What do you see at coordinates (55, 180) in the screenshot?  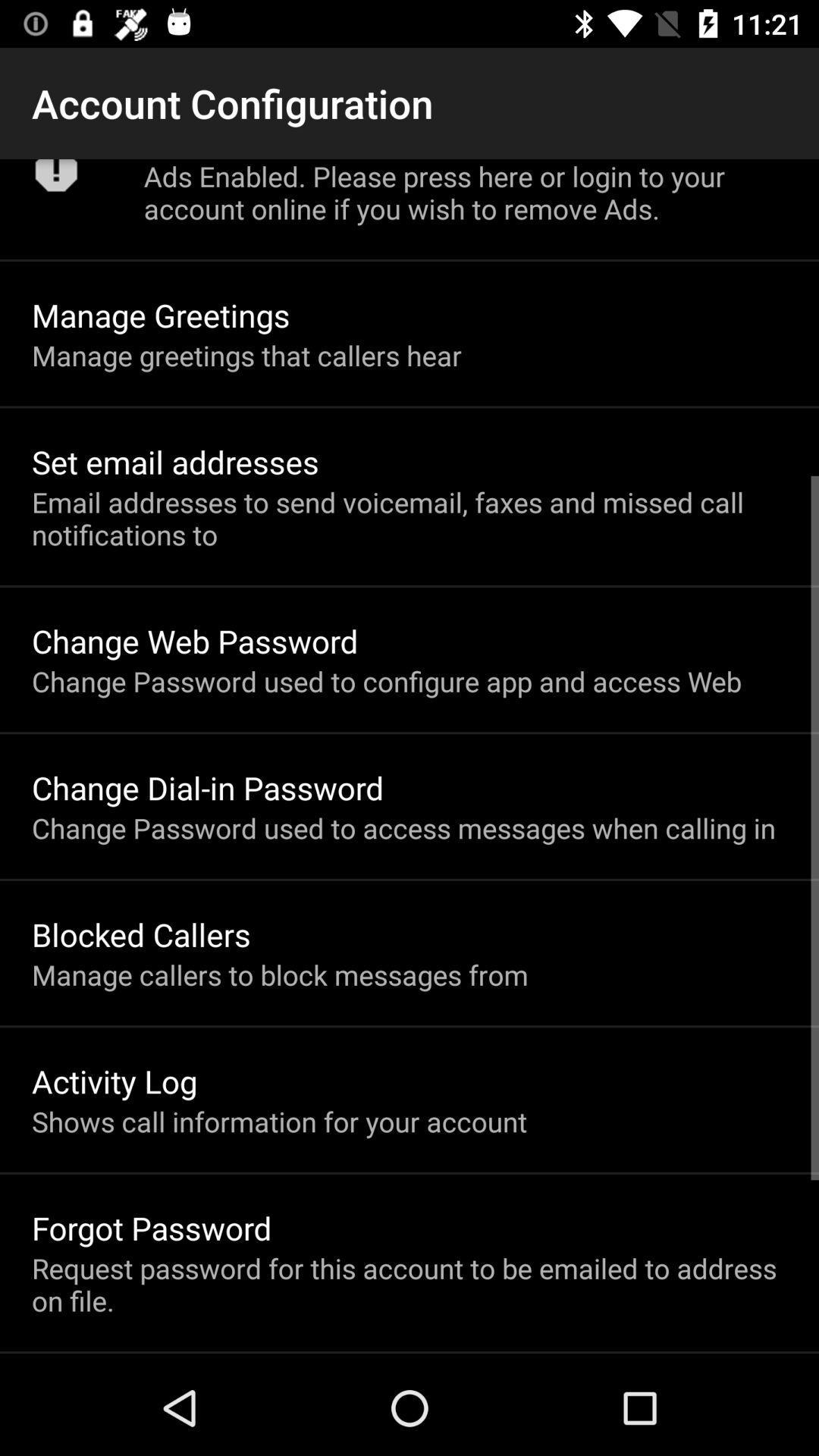 I see `app below the account configuration` at bounding box center [55, 180].